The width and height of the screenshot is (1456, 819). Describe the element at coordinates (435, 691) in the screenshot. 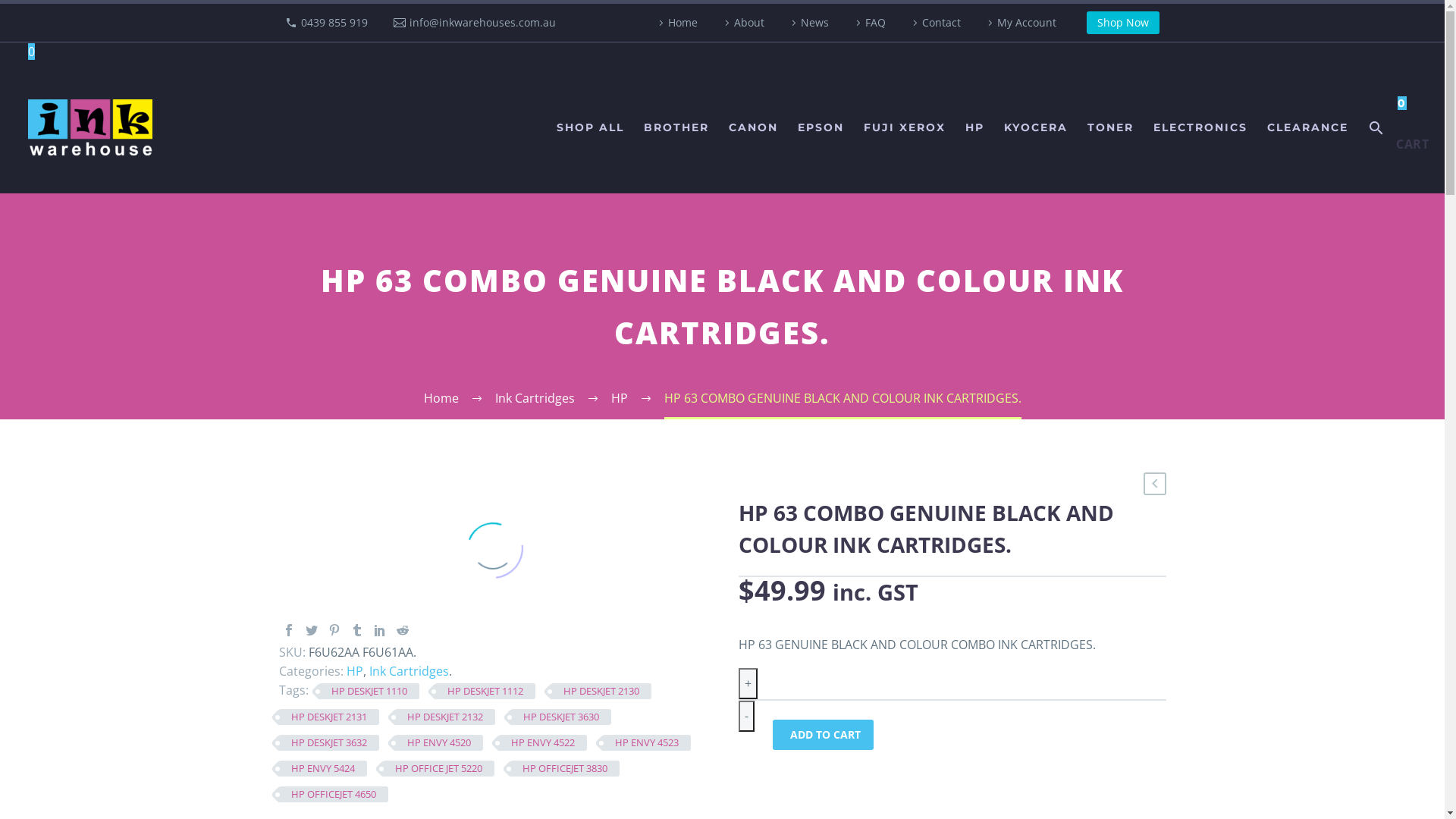

I see `'HP DESKJET 1112'` at that location.